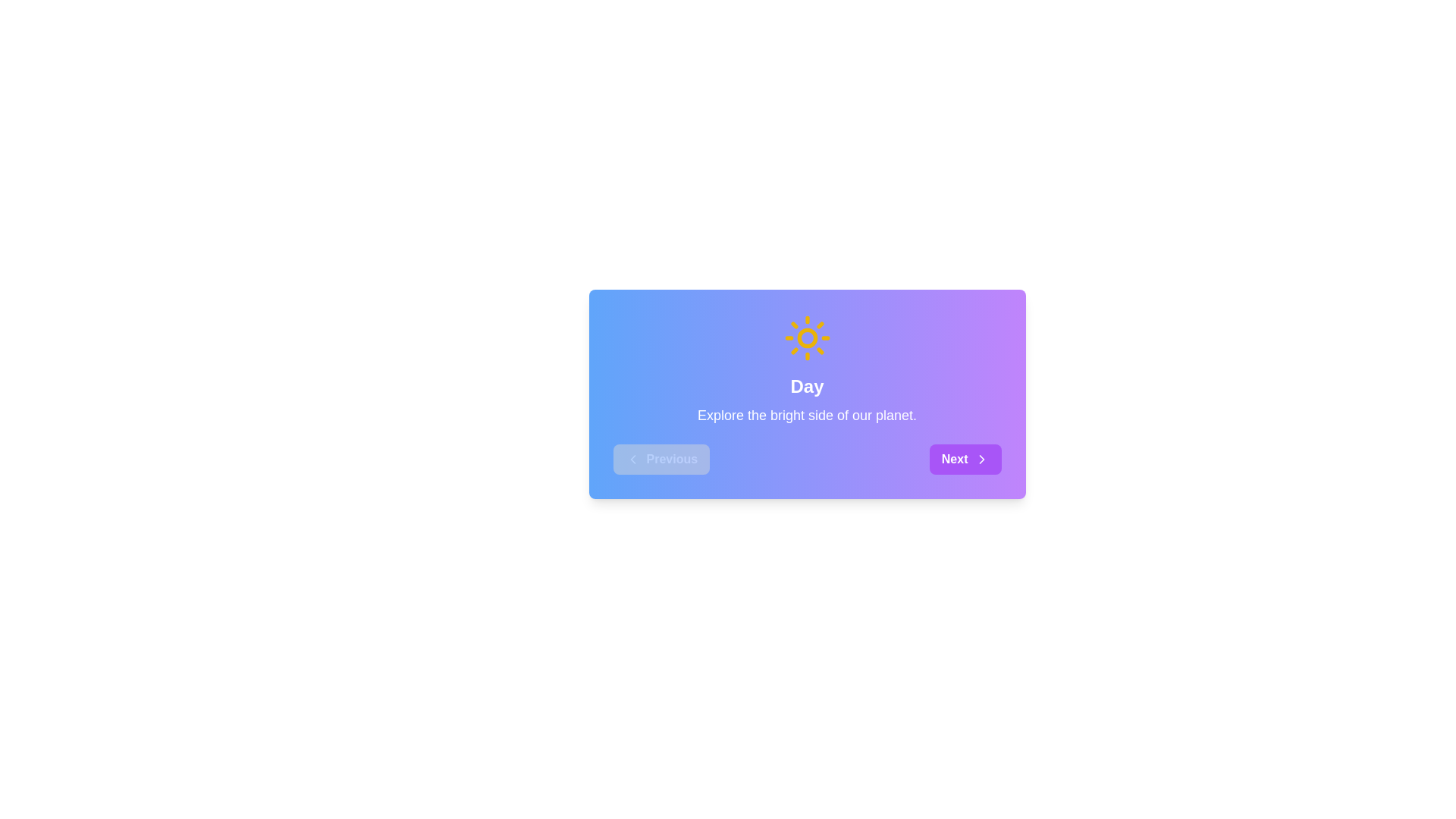 This screenshot has width=1456, height=819. What do you see at coordinates (965, 458) in the screenshot?
I see `the button located at the bottom-right corner of the navigation layout` at bounding box center [965, 458].